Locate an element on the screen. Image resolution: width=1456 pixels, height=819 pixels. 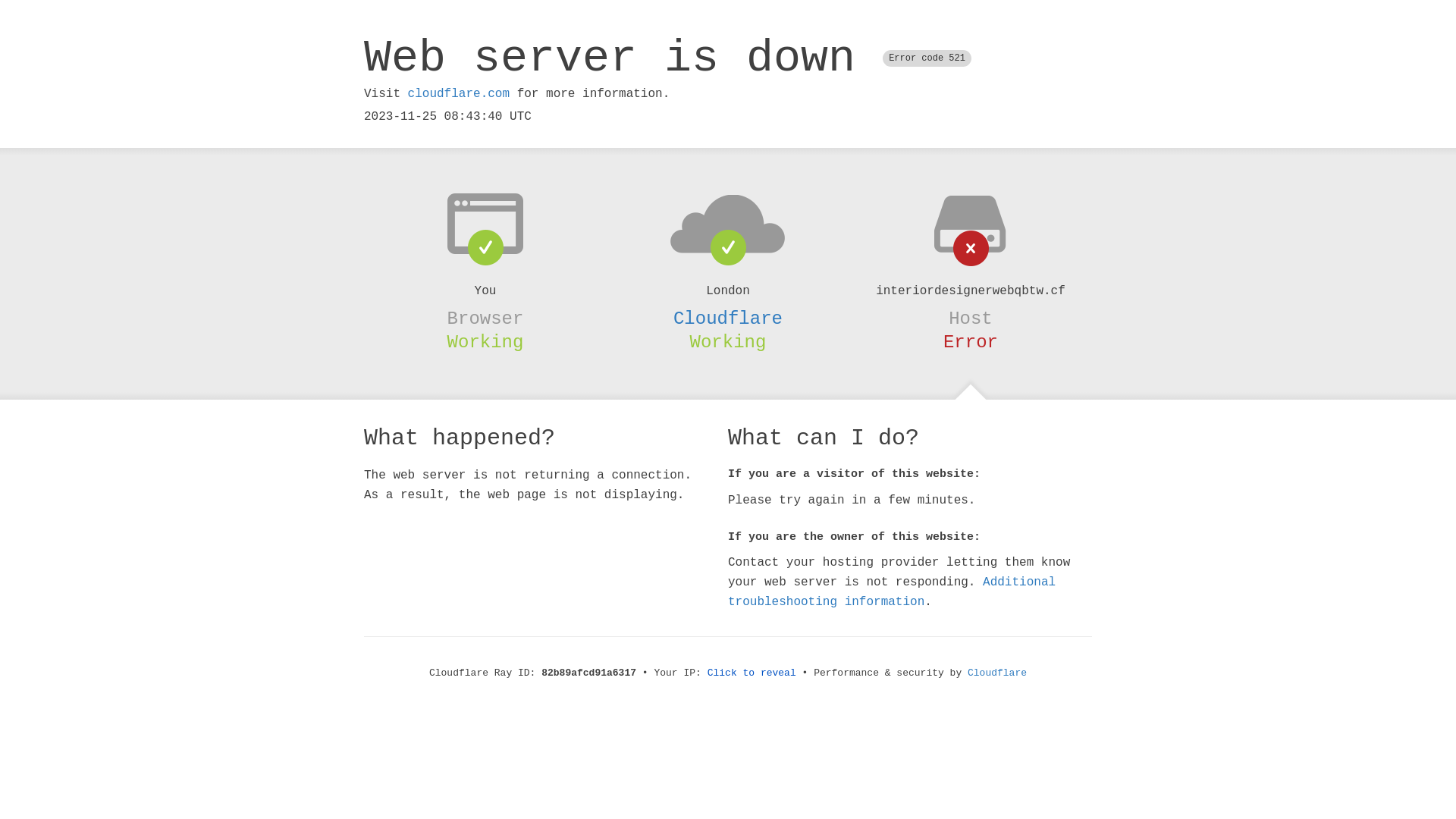
'cloudflare.com' is located at coordinates (457, 93).